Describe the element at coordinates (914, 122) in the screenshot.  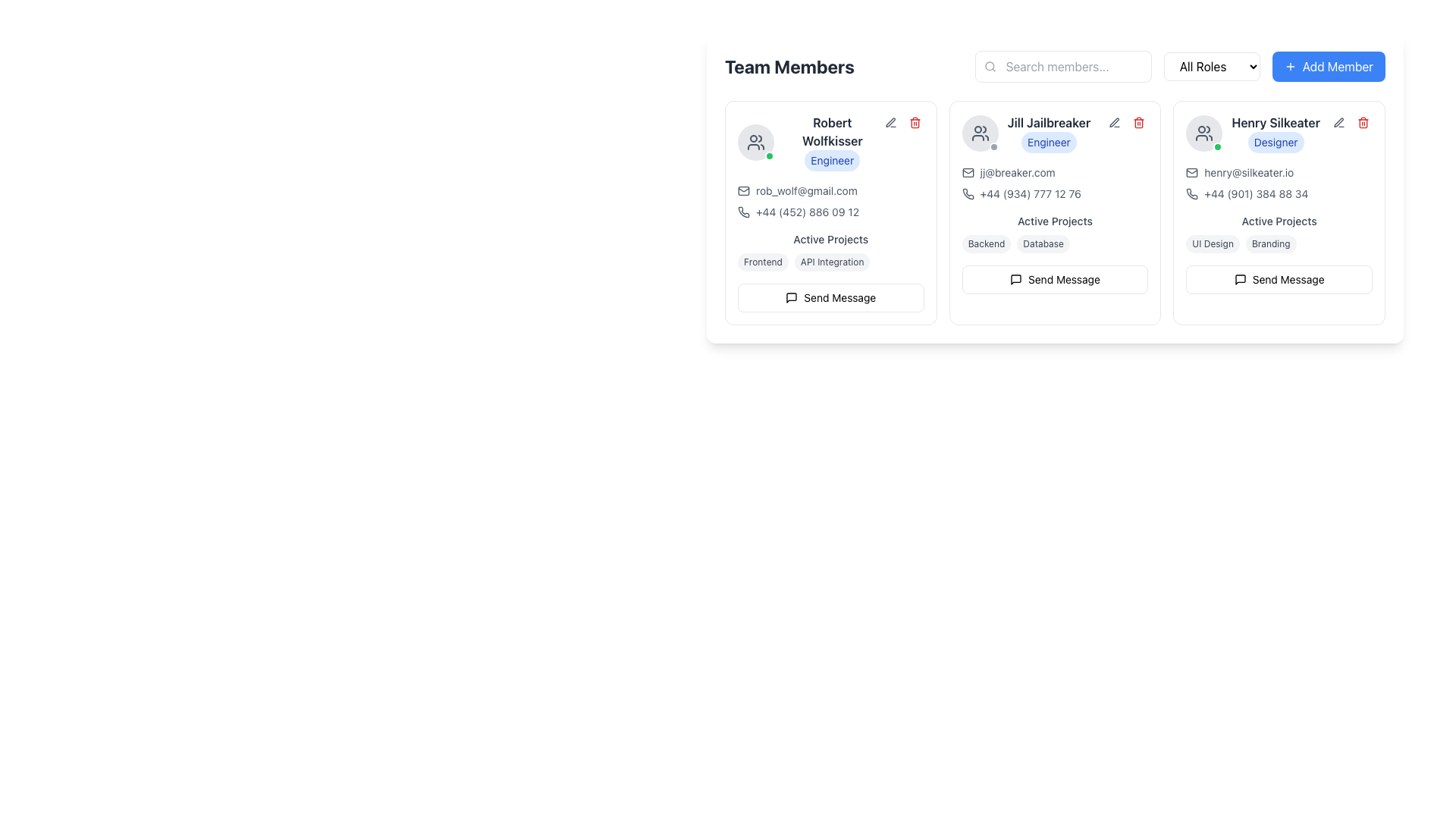
I see `the red trash bin icon located at the top-right corner of the card displaying 'Robert Wolfkisser'` at that location.